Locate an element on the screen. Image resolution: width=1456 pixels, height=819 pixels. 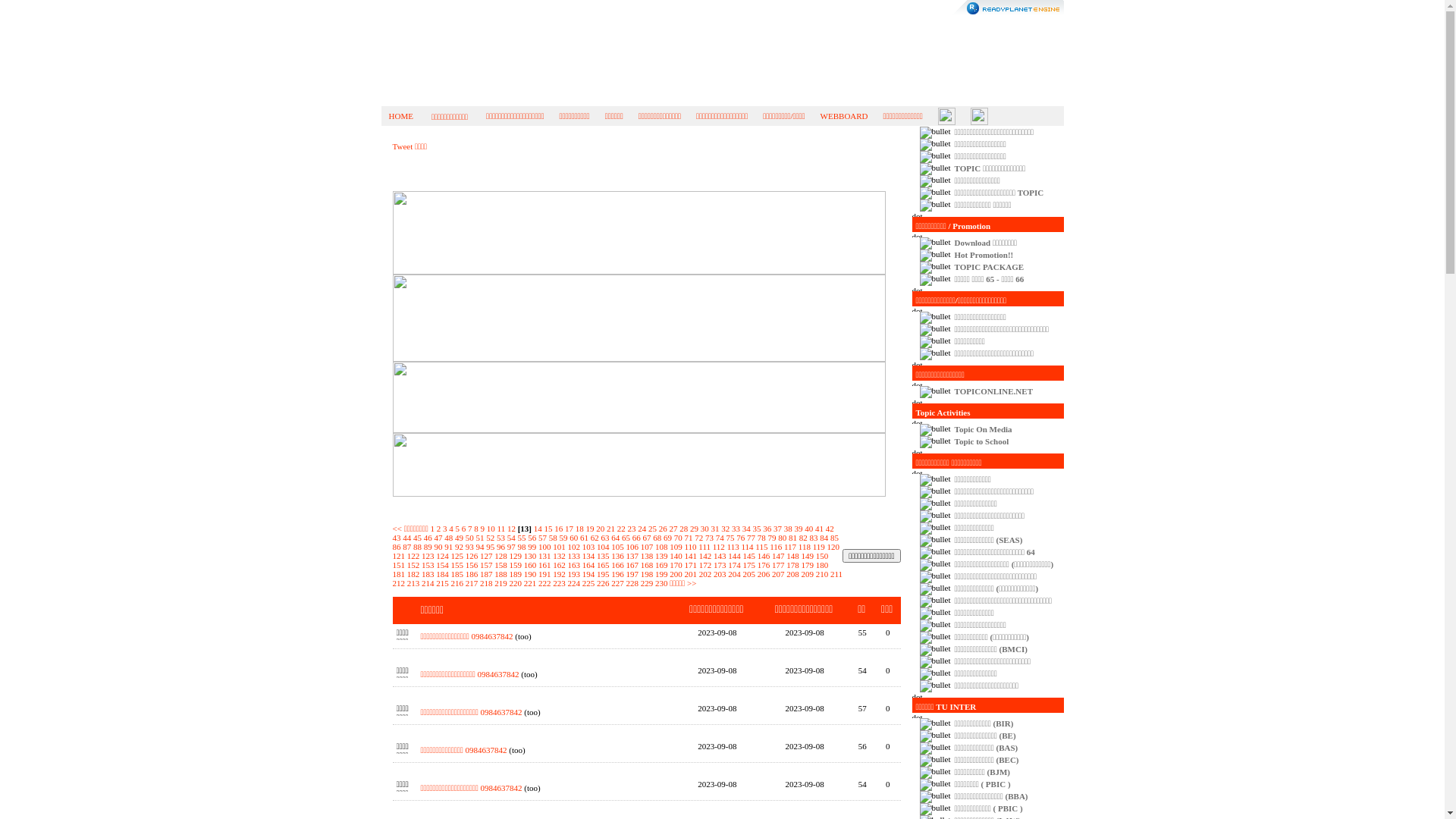
'193' is located at coordinates (566, 573).